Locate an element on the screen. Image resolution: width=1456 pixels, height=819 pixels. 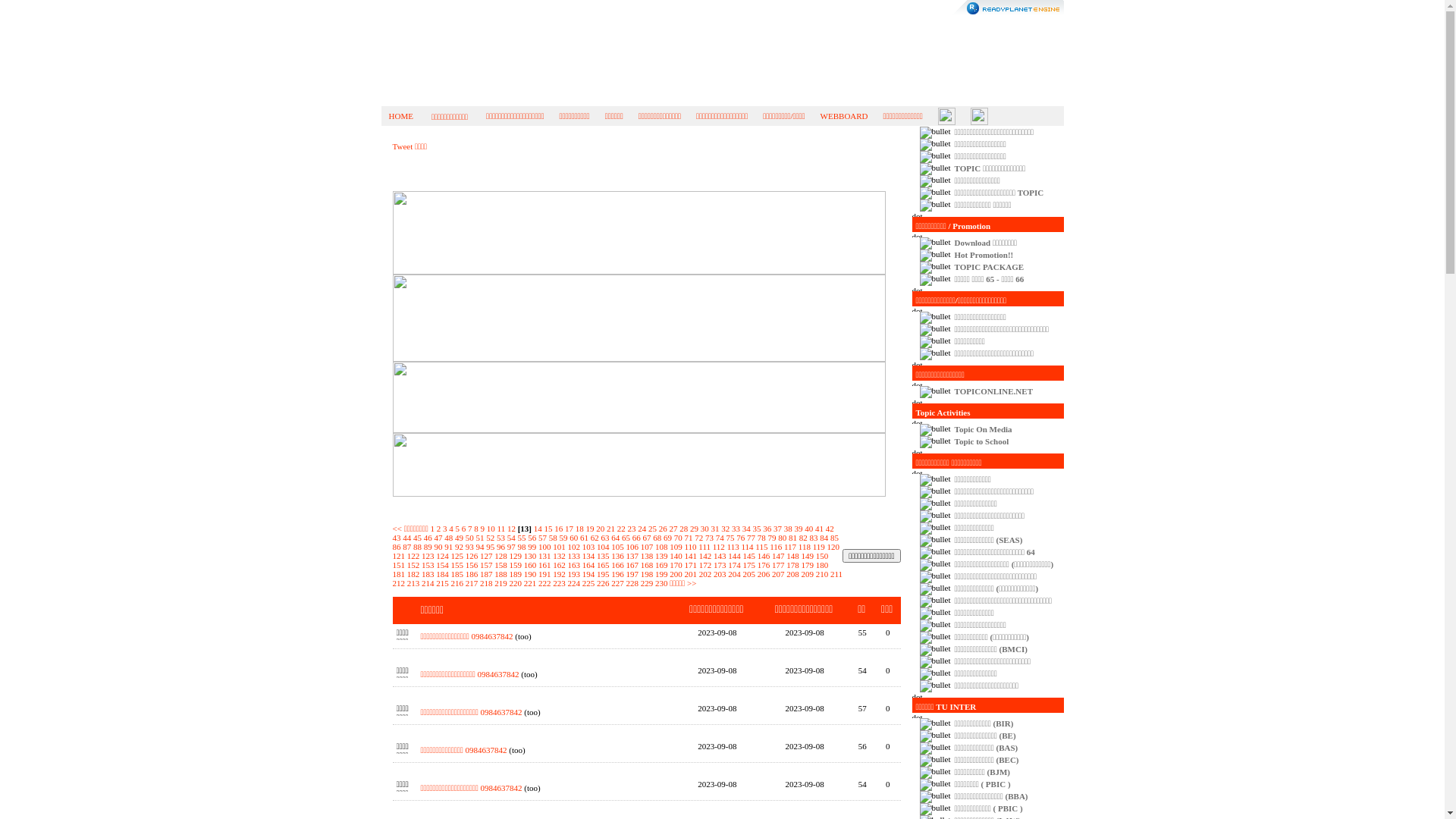
'193' is located at coordinates (566, 573).